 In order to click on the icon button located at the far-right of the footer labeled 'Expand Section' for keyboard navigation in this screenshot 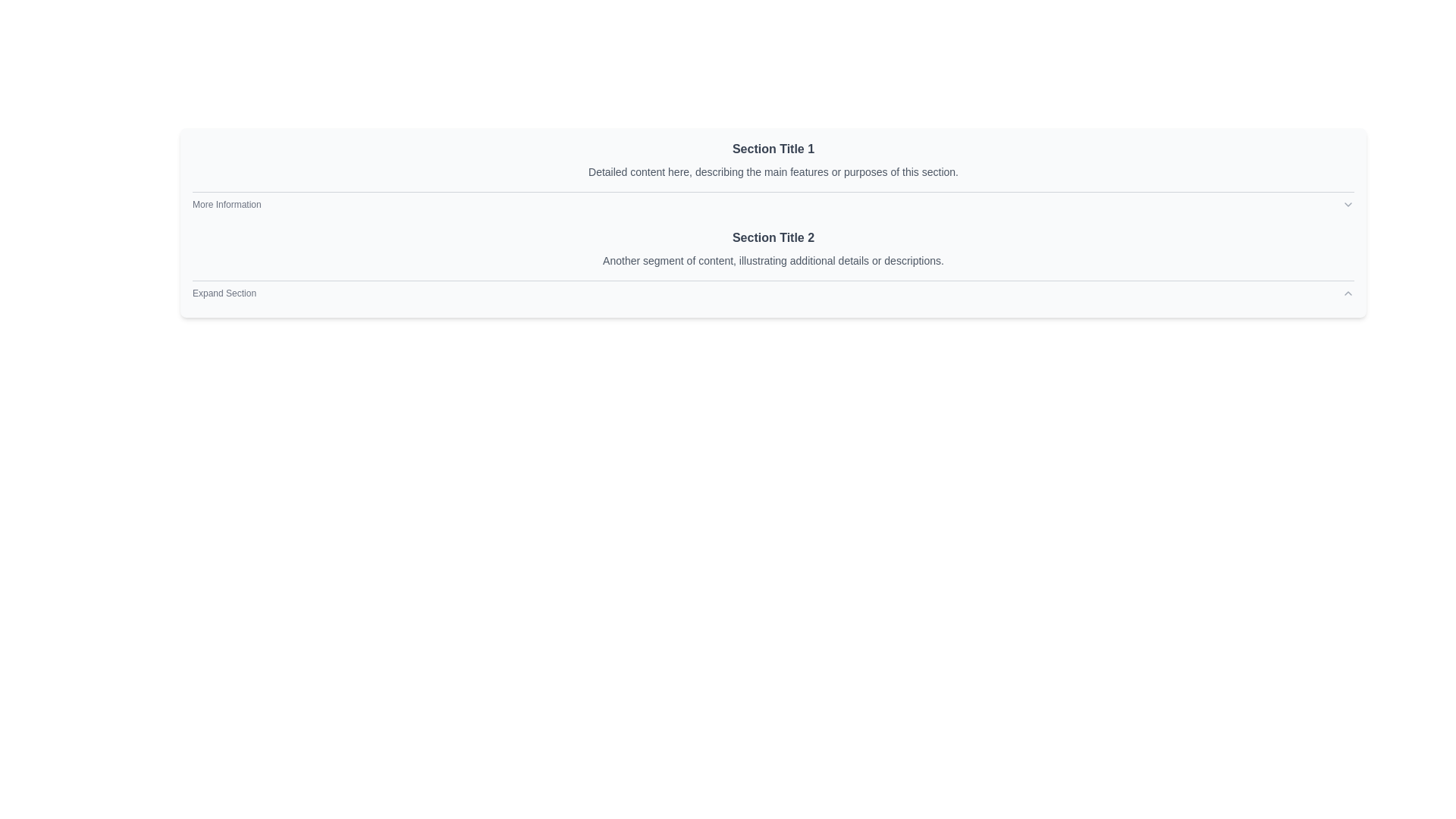, I will do `click(1348, 293)`.